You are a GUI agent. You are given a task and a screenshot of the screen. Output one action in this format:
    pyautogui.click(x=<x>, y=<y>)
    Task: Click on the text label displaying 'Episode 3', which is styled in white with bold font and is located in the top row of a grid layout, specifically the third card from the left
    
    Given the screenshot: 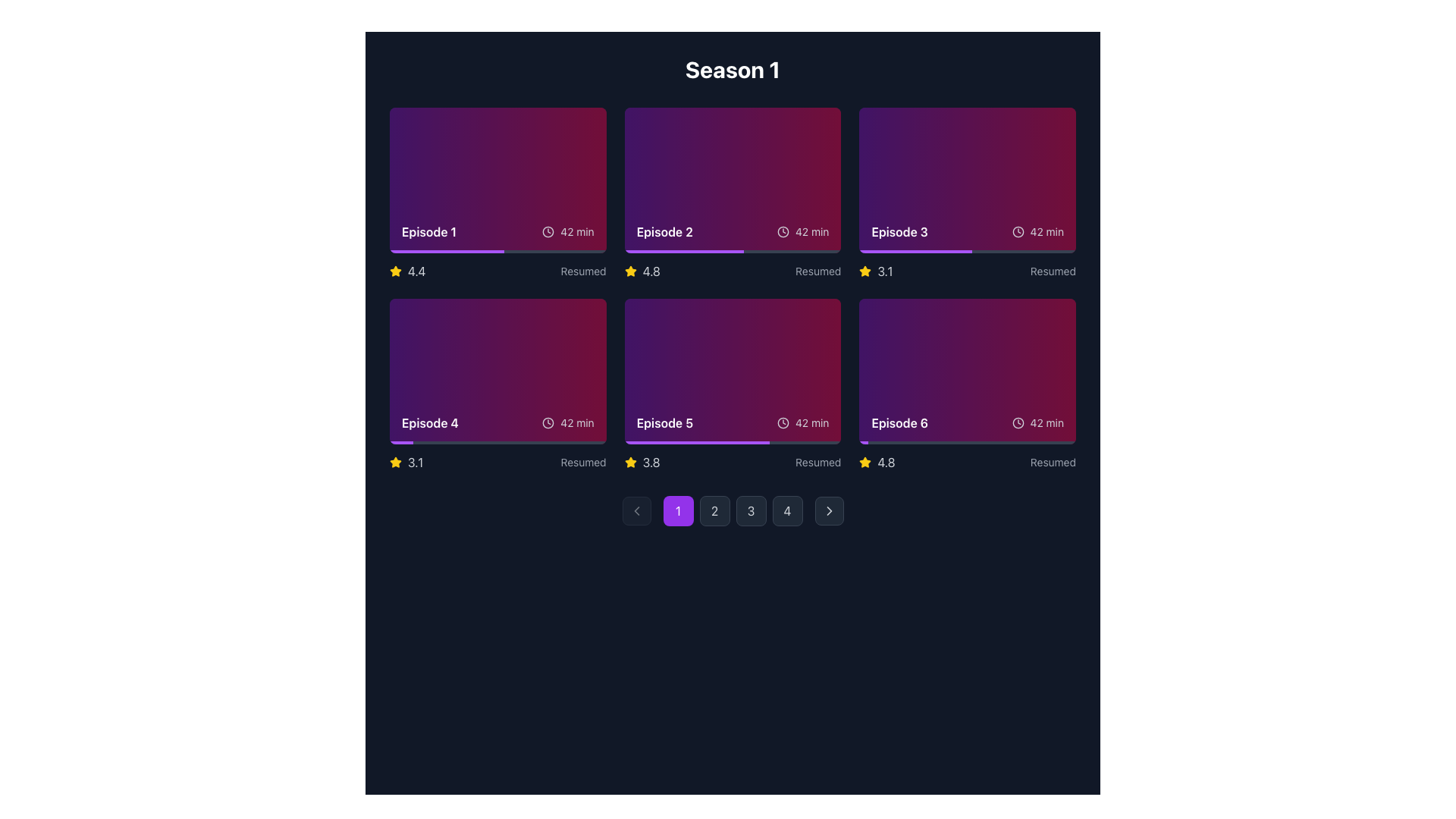 What is the action you would take?
    pyautogui.click(x=899, y=231)
    